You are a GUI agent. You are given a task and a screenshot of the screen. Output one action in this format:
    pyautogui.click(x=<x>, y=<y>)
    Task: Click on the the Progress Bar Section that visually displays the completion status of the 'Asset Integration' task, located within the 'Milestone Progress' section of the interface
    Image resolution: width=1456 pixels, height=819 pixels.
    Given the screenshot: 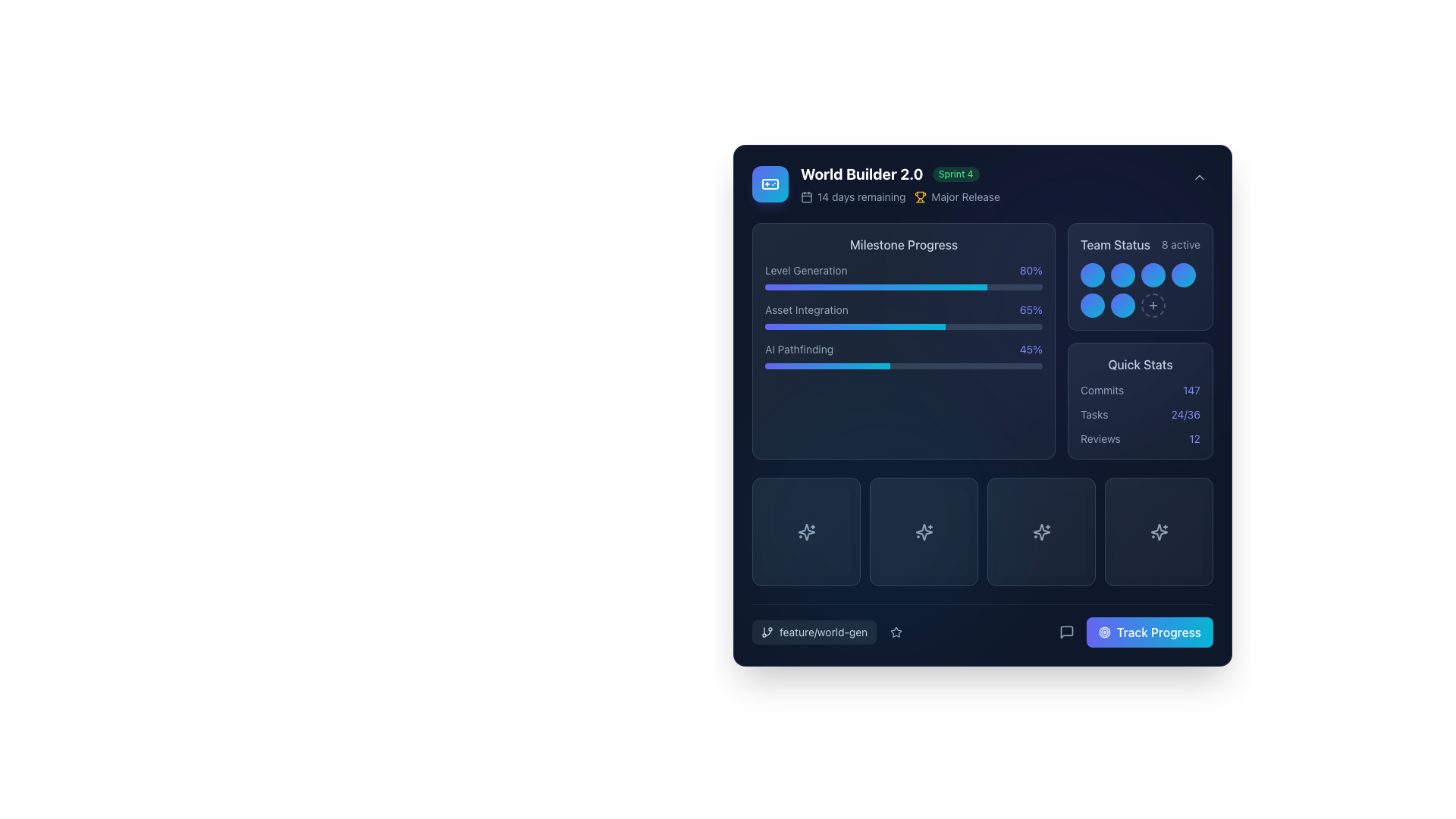 What is the action you would take?
    pyautogui.click(x=855, y=326)
    